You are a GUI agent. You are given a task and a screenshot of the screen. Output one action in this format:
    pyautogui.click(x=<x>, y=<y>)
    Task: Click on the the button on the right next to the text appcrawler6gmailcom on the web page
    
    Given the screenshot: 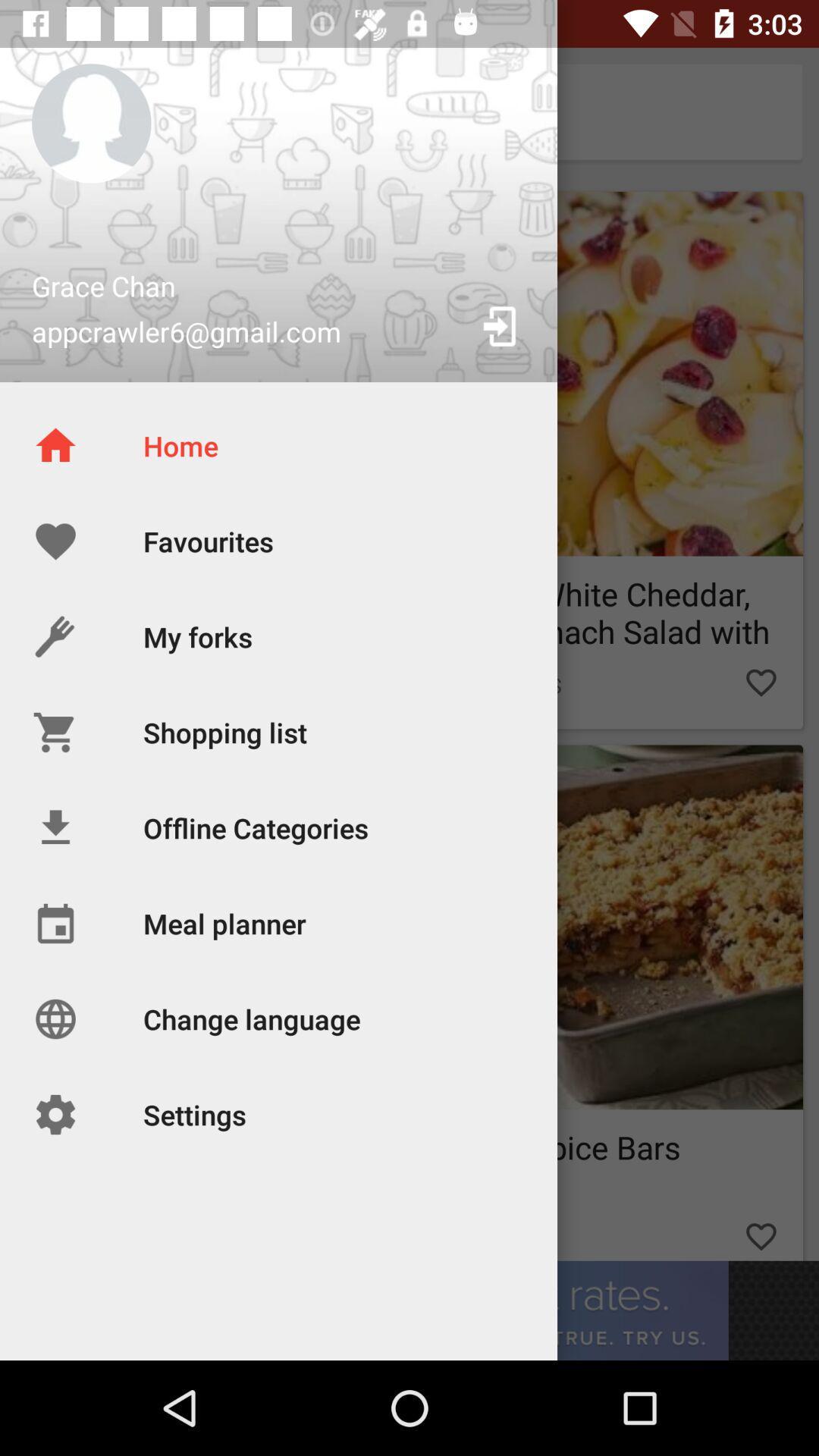 What is the action you would take?
    pyautogui.click(x=501, y=325)
    